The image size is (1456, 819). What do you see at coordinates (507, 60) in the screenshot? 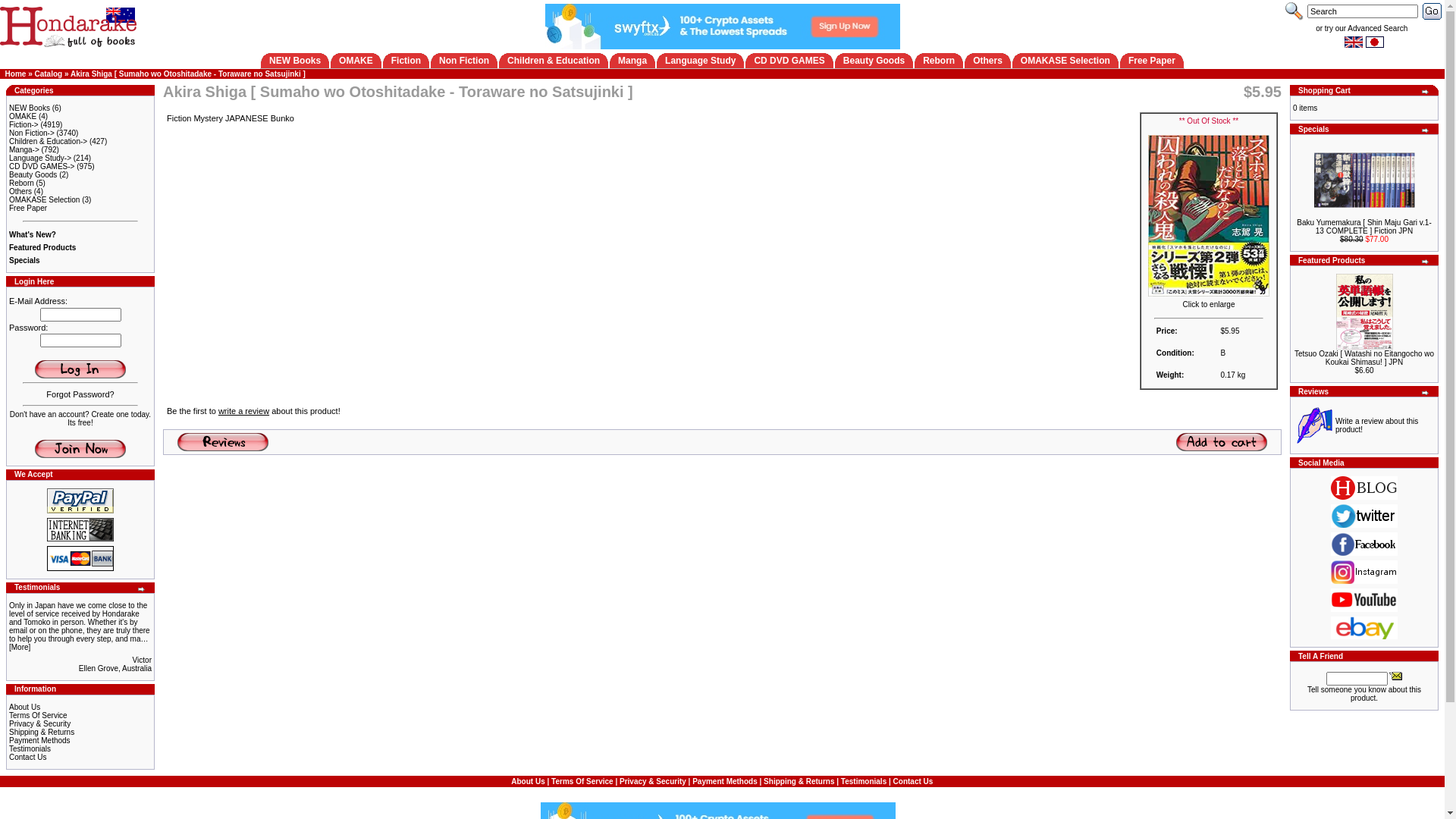
I see `'Children & Education'` at bounding box center [507, 60].